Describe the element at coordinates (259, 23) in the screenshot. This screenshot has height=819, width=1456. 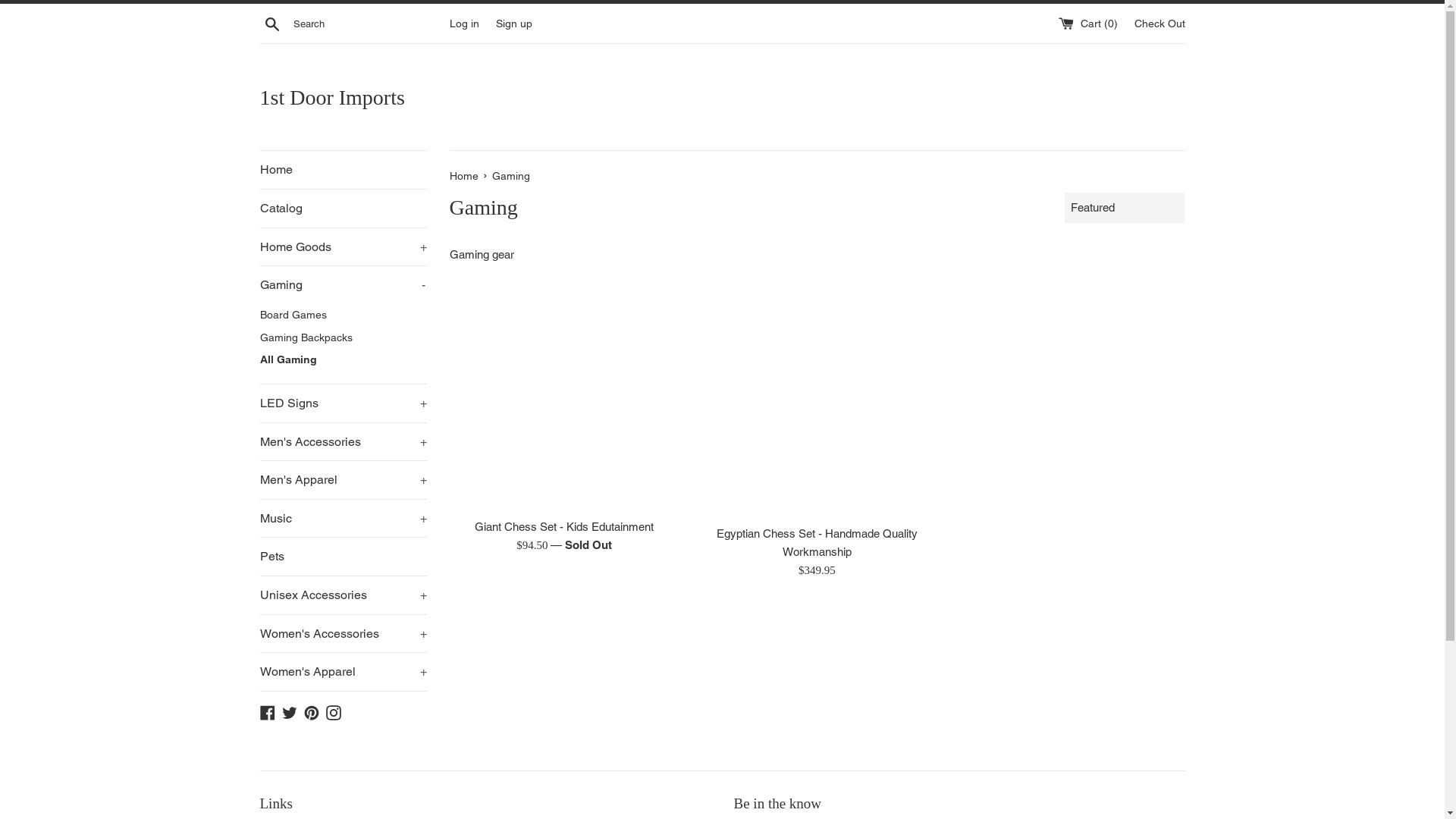
I see `'Search'` at that location.